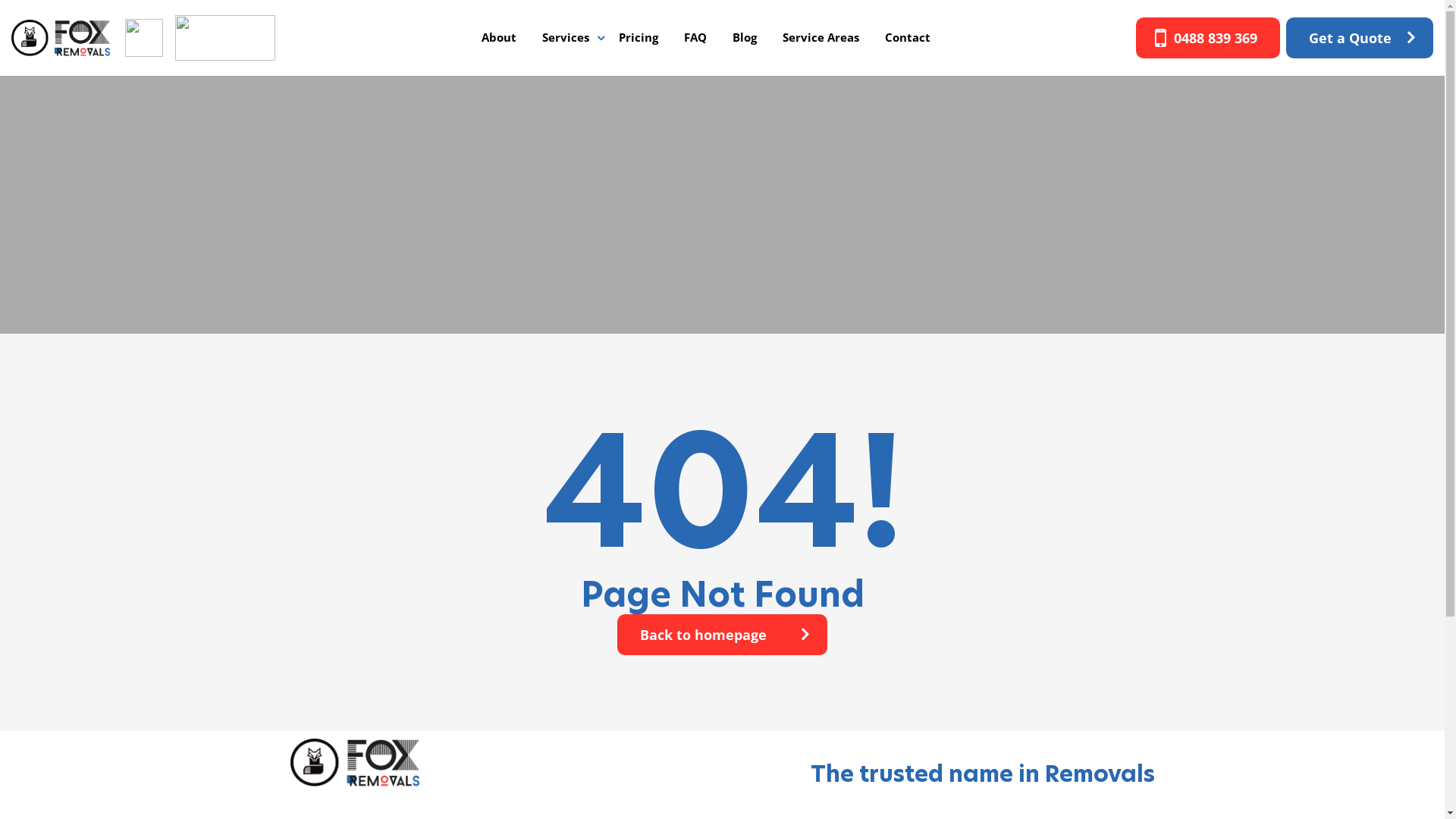 This screenshot has height=819, width=1456. I want to click on 'Pricing', so click(607, 36).